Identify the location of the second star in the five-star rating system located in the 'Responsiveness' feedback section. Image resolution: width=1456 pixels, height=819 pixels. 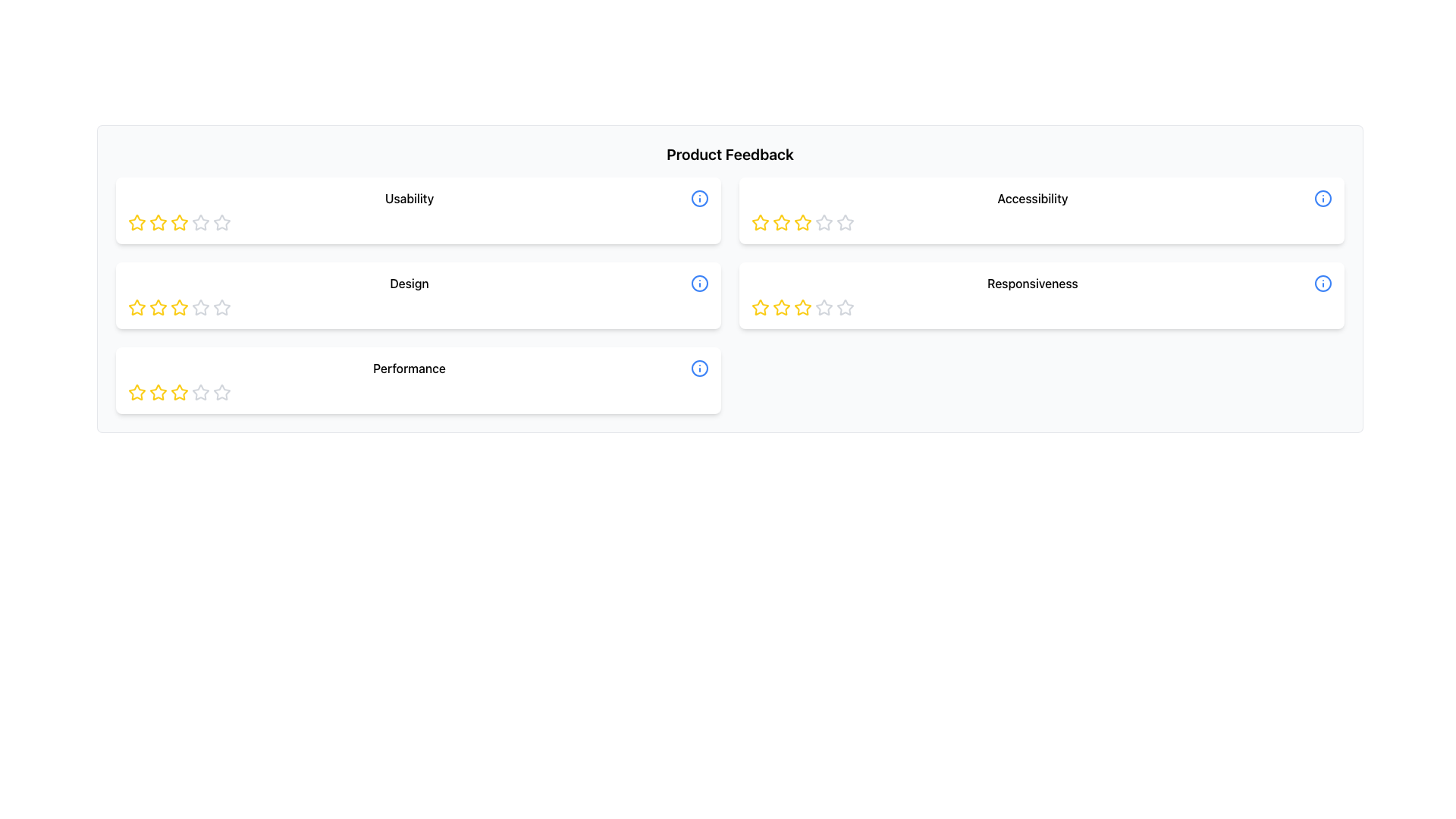
(761, 307).